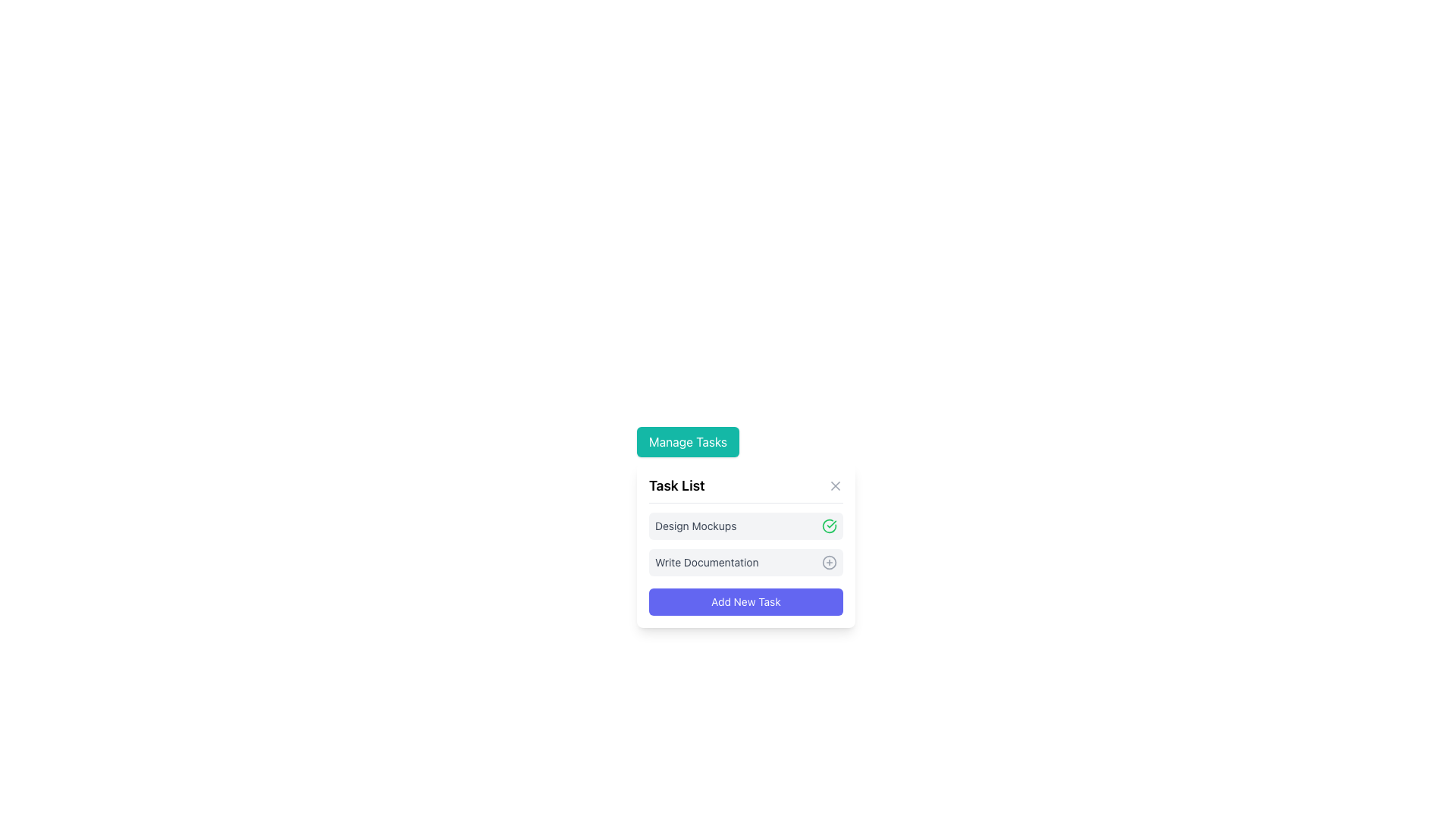  What do you see at coordinates (829, 526) in the screenshot?
I see `the green outlined circular icon with a checkmark inside, located within the 'Design Mockups' section, to the right of the text 'Design Mockups'` at bounding box center [829, 526].